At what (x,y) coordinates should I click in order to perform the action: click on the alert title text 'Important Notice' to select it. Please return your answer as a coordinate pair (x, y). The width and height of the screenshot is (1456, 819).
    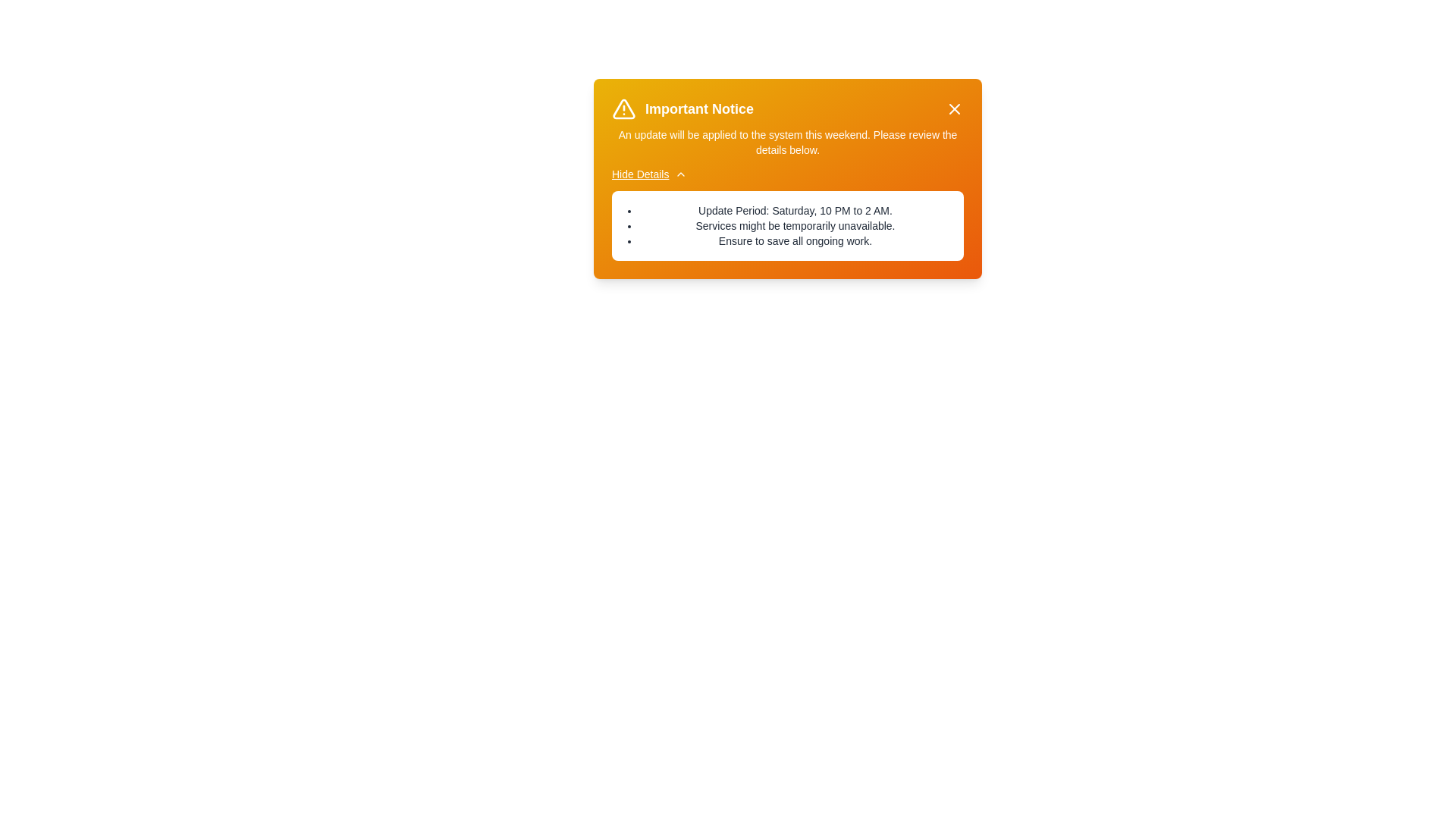
    Looking at the image, I should click on (698, 108).